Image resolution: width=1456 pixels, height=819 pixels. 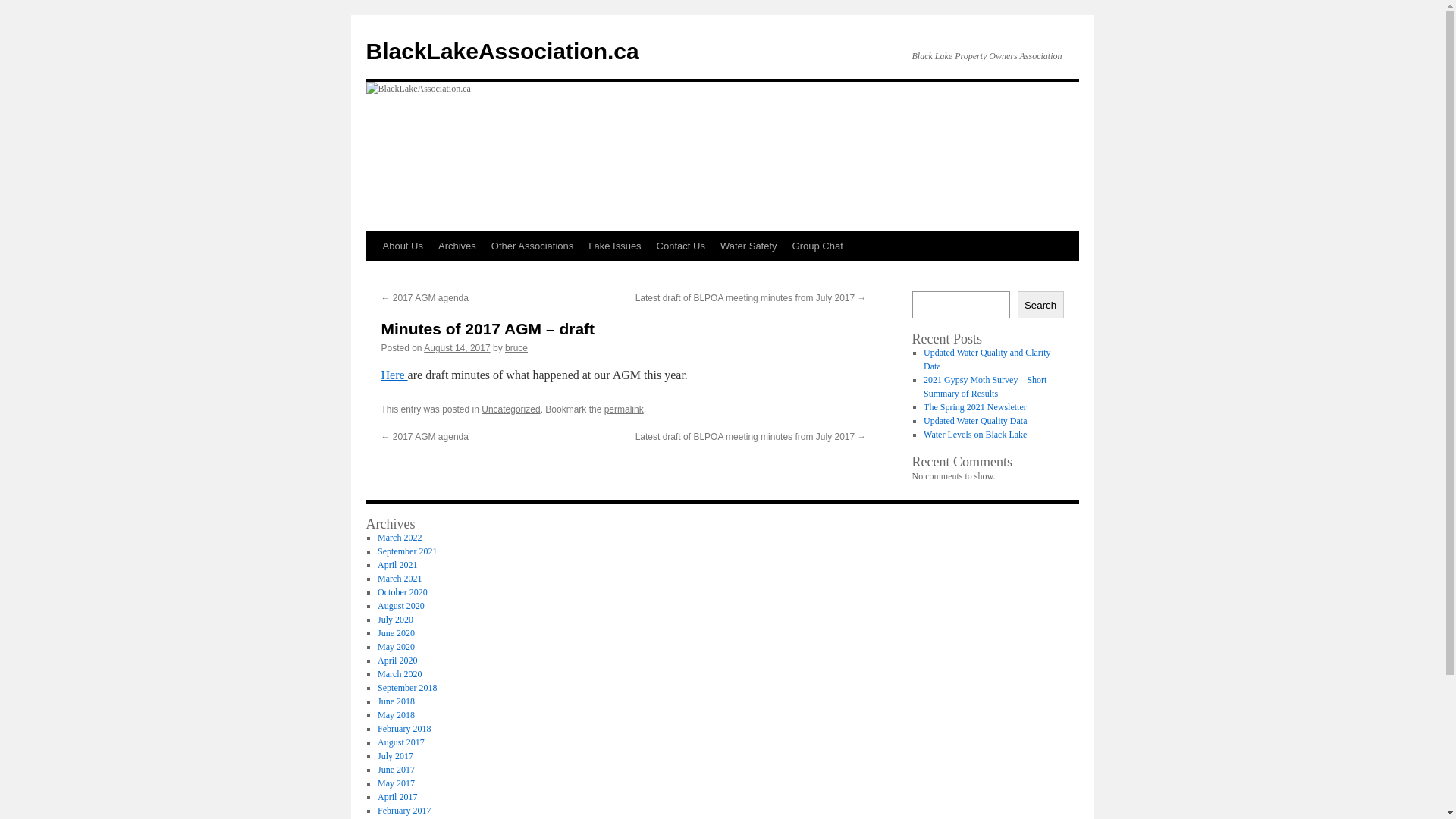 I want to click on 'August 14, 2017', so click(x=456, y=348).